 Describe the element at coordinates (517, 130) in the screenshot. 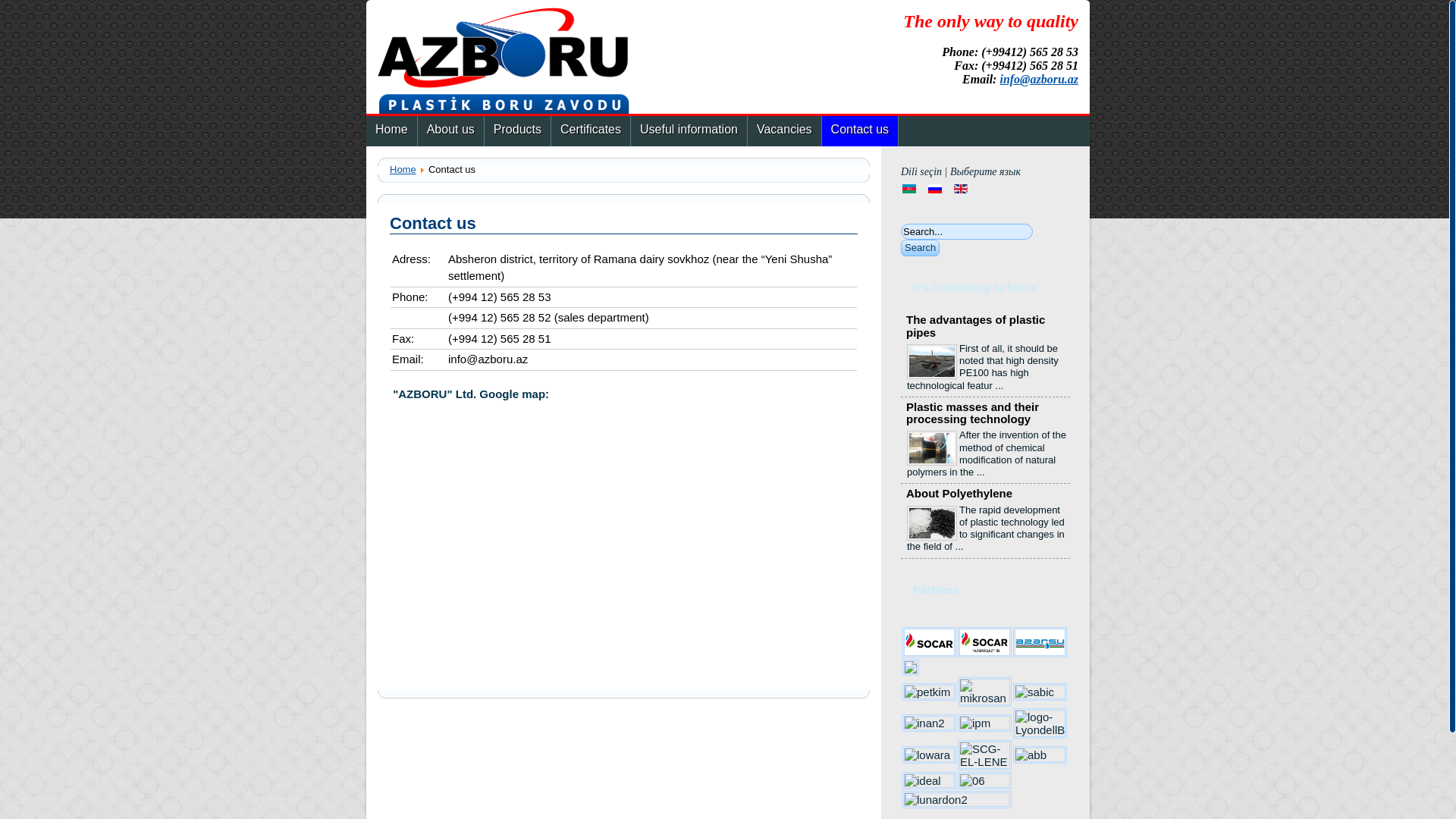

I see `'Products'` at that location.